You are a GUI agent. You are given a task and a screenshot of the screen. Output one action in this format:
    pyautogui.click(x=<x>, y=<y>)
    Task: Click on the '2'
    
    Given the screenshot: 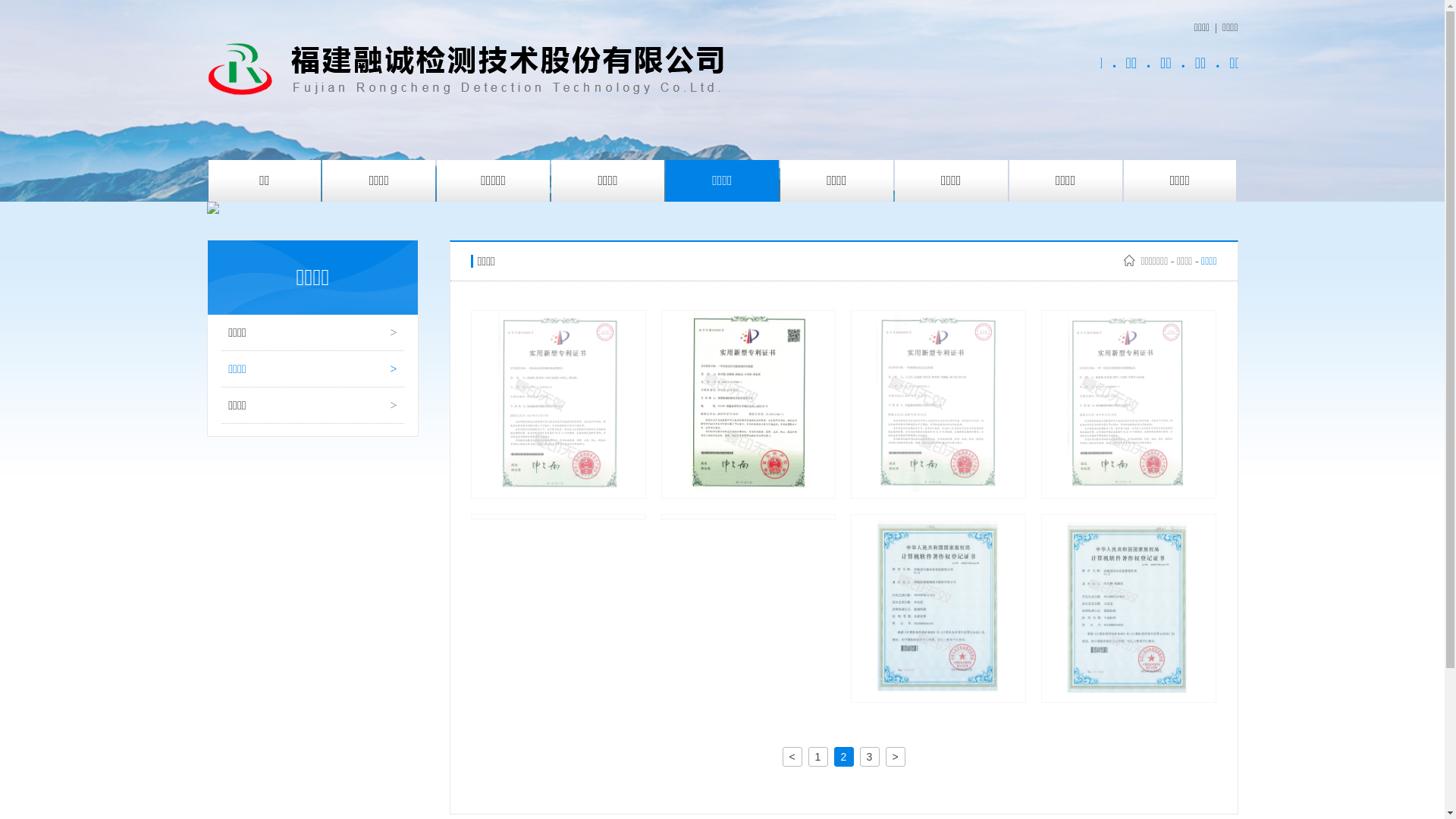 What is the action you would take?
    pyautogui.click(x=843, y=757)
    